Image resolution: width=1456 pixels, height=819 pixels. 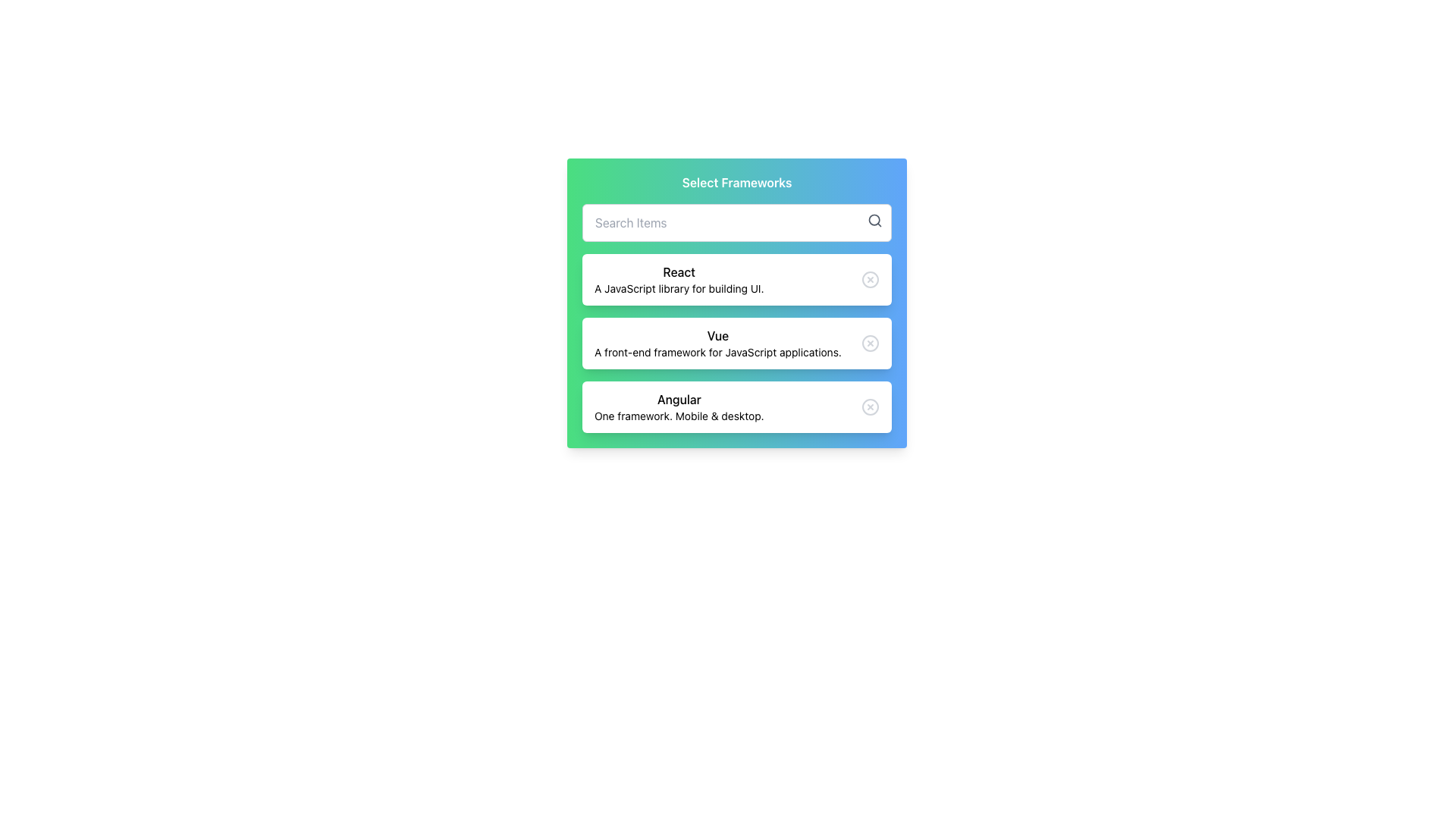 What do you see at coordinates (678, 399) in the screenshot?
I see `the 'Angular' text label in the framework options list, which is located below 'React' and 'Vue'` at bounding box center [678, 399].